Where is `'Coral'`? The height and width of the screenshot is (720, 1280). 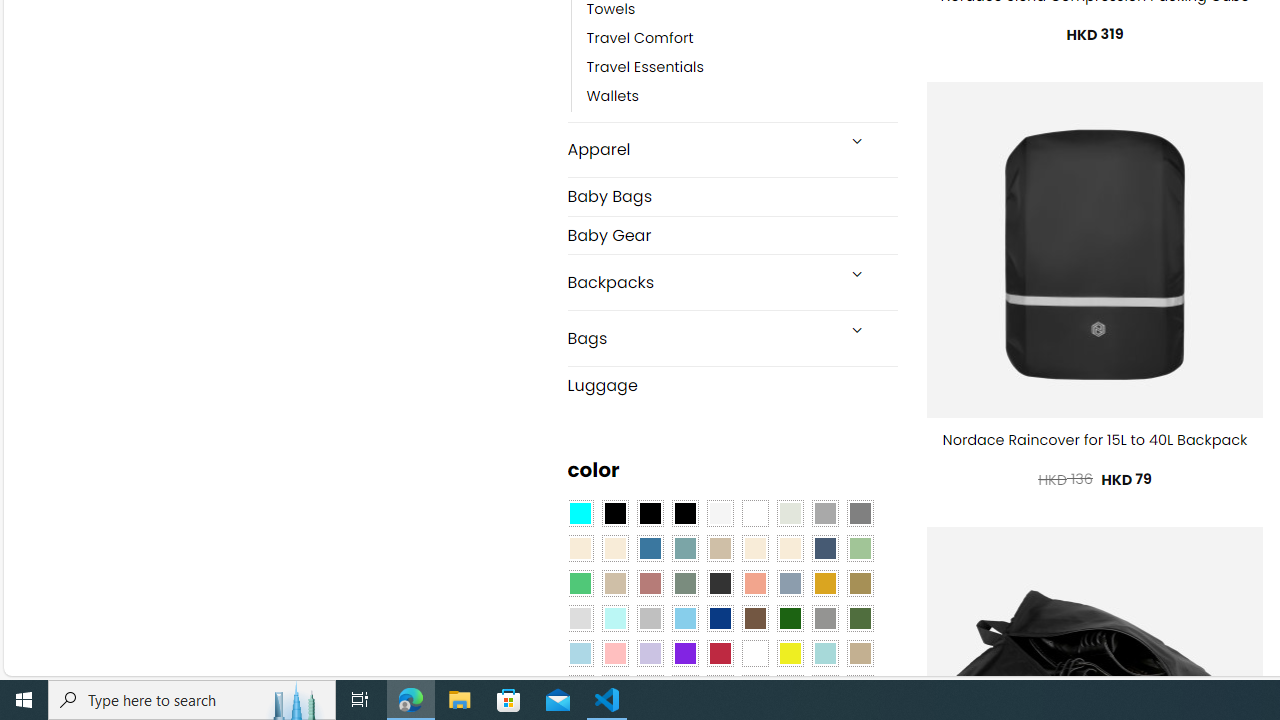
'Coral' is located at coordinates (754, 583).